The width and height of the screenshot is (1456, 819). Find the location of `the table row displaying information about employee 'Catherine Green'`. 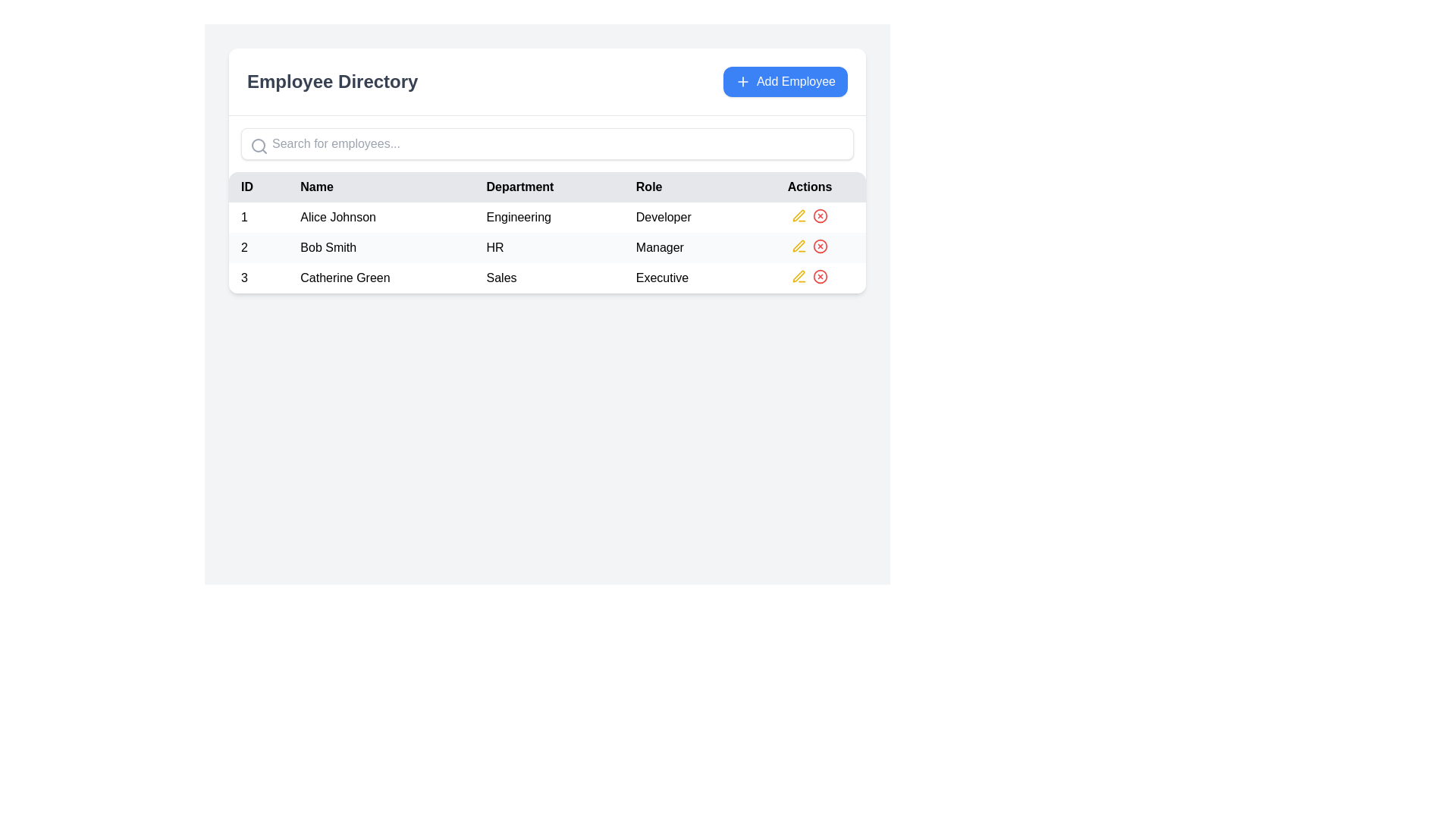

the table row displaying information about employee 'Catherine Green' is located at coordinates (546, 278).